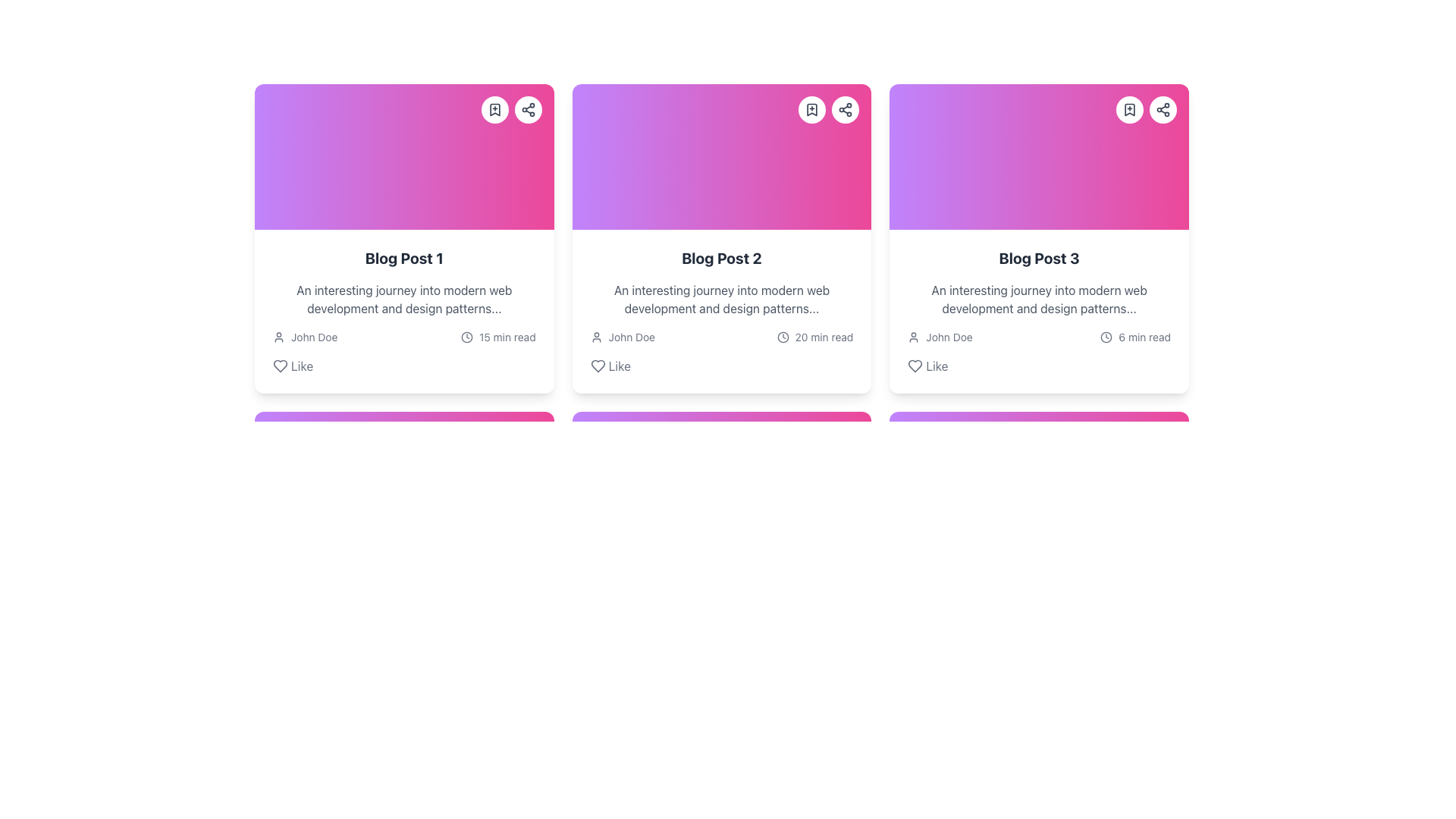 The width and height of the screenshot is (1456, 819). What do you see at coordinates (466, 336) in the screenshot?
I see `the circular clock icon with a thin stroke located to the left of the text '15 min read' in the bottom right of the card labeled 'Blog Post 1.'` at bounding box center [466, 336].